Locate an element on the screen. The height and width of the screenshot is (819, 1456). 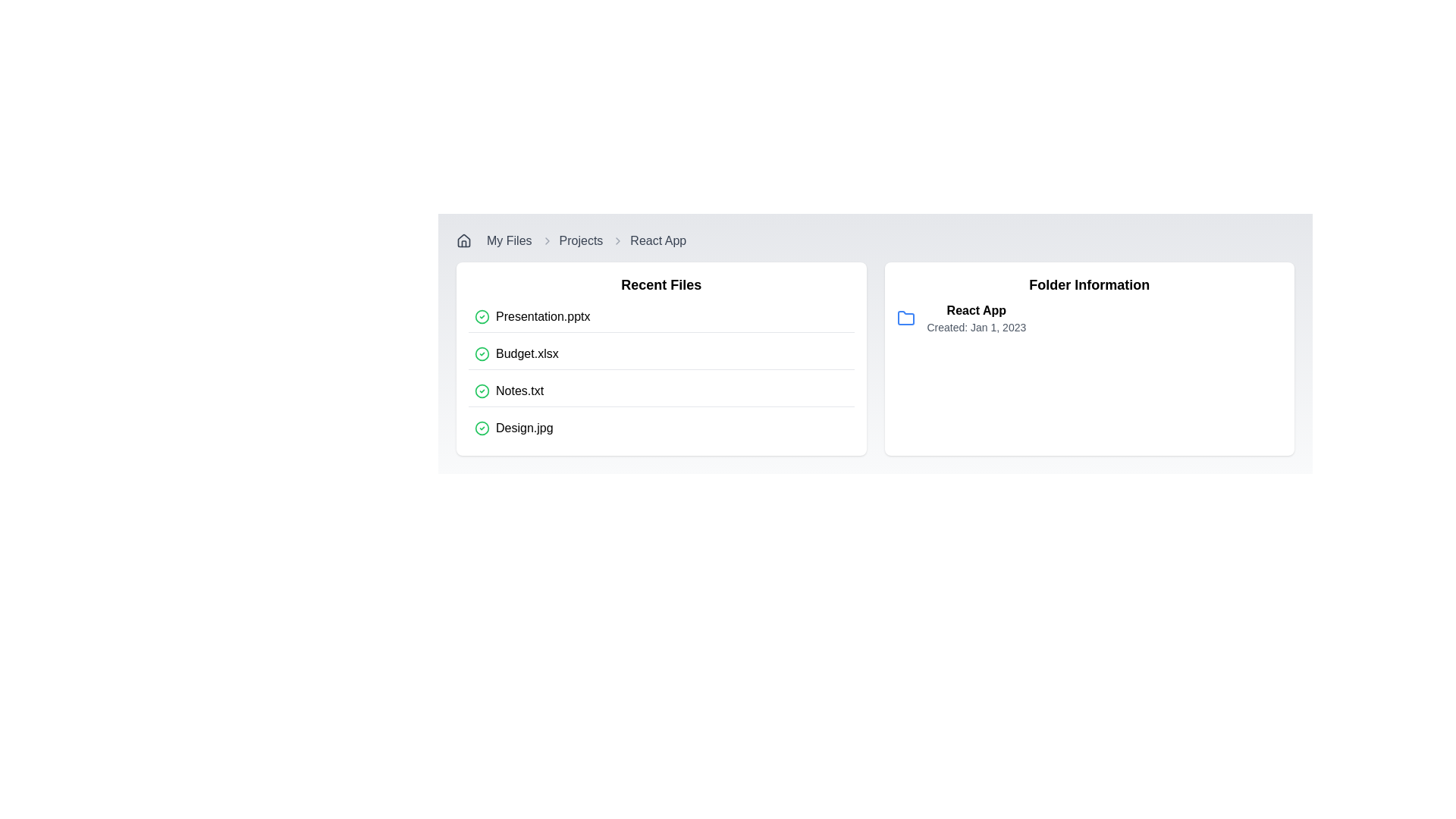
the text label displaying the name and creation date of the folder named 'React App', located in the 'Folder Information' section to the right of the blue folder icon is located at coordinates (976, 318).